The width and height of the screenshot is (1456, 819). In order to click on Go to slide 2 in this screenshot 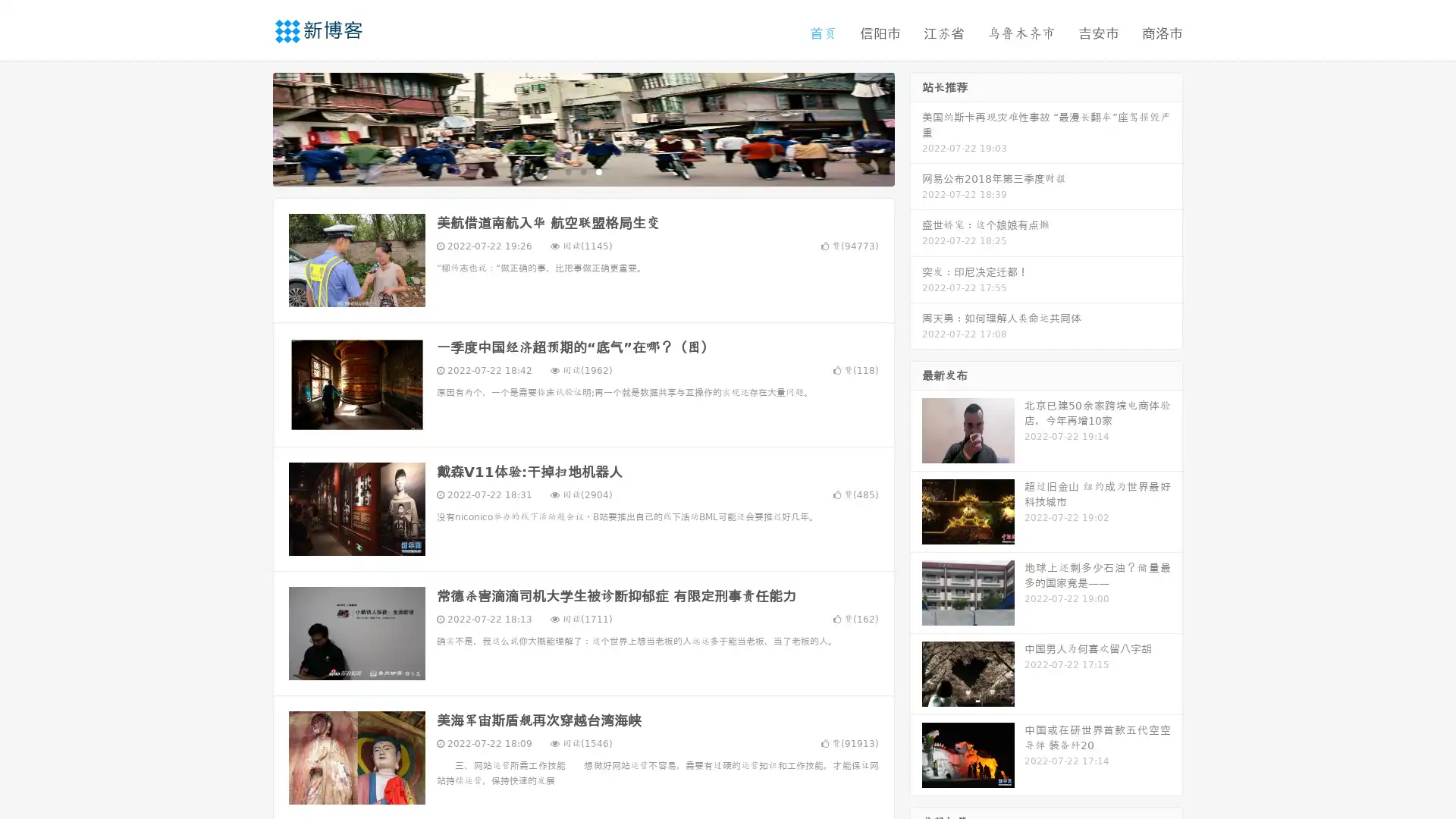, I will do `click(582, 171)`.